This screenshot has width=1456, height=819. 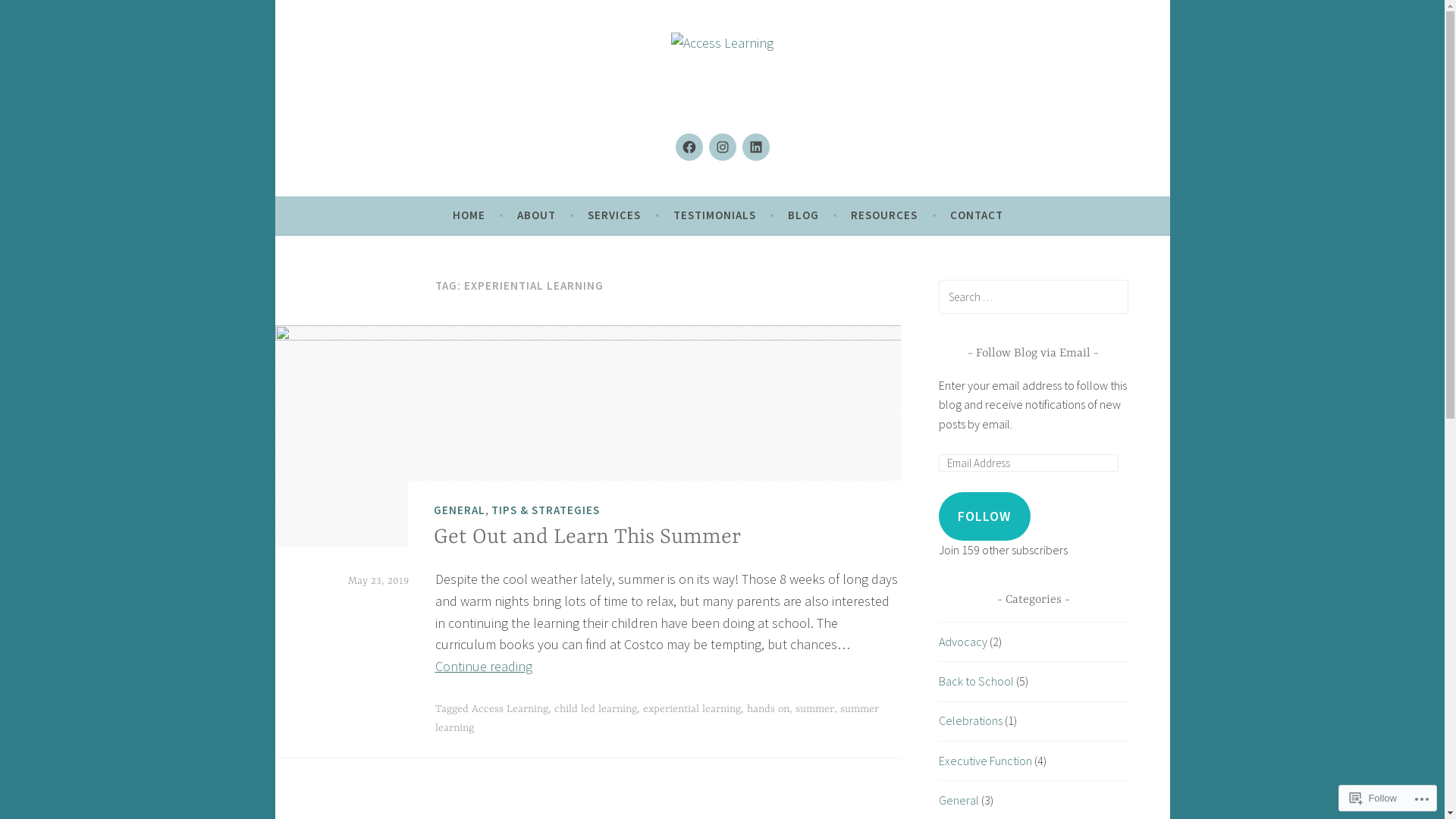 What do you see at coordinates (802, 215) in the screenshot?
I see `'BLOG'` at bounding box center [802, 215].